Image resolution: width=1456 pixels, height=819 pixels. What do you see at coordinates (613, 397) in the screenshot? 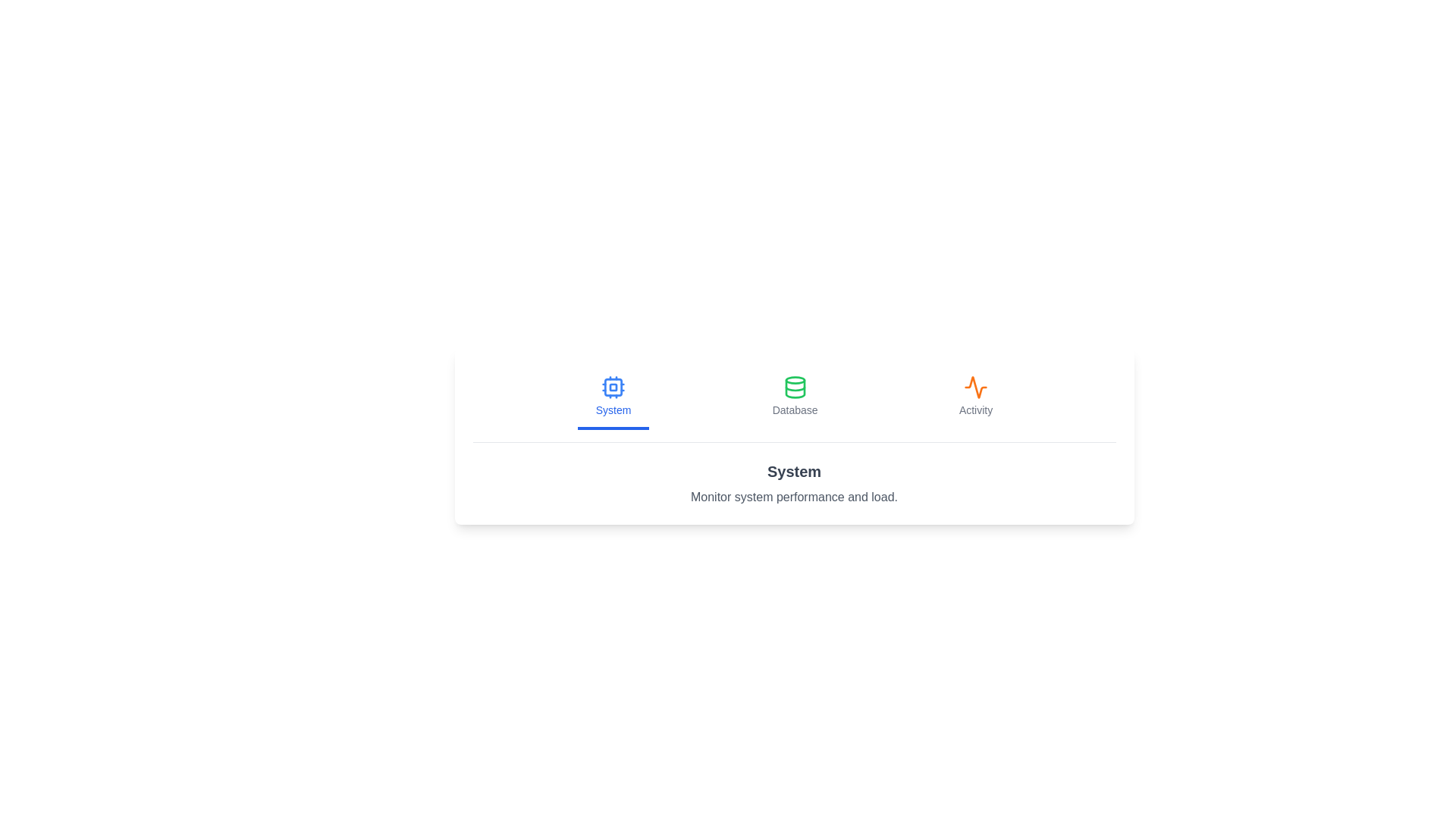
I see `the tab labeled System to observe its icon` at bounding box center [613, 397].